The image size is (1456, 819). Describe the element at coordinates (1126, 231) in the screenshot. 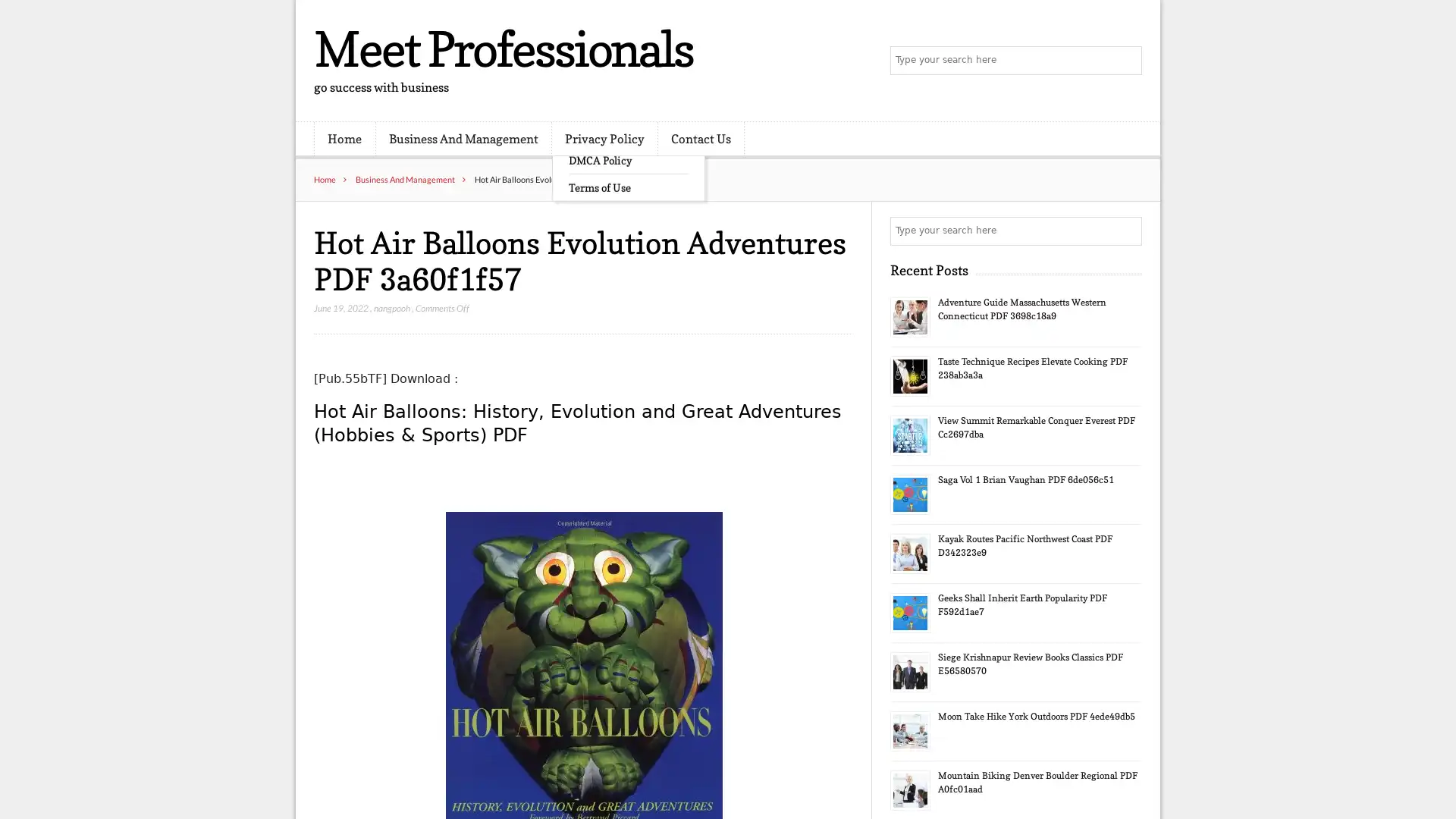

I see `Search` at that location.